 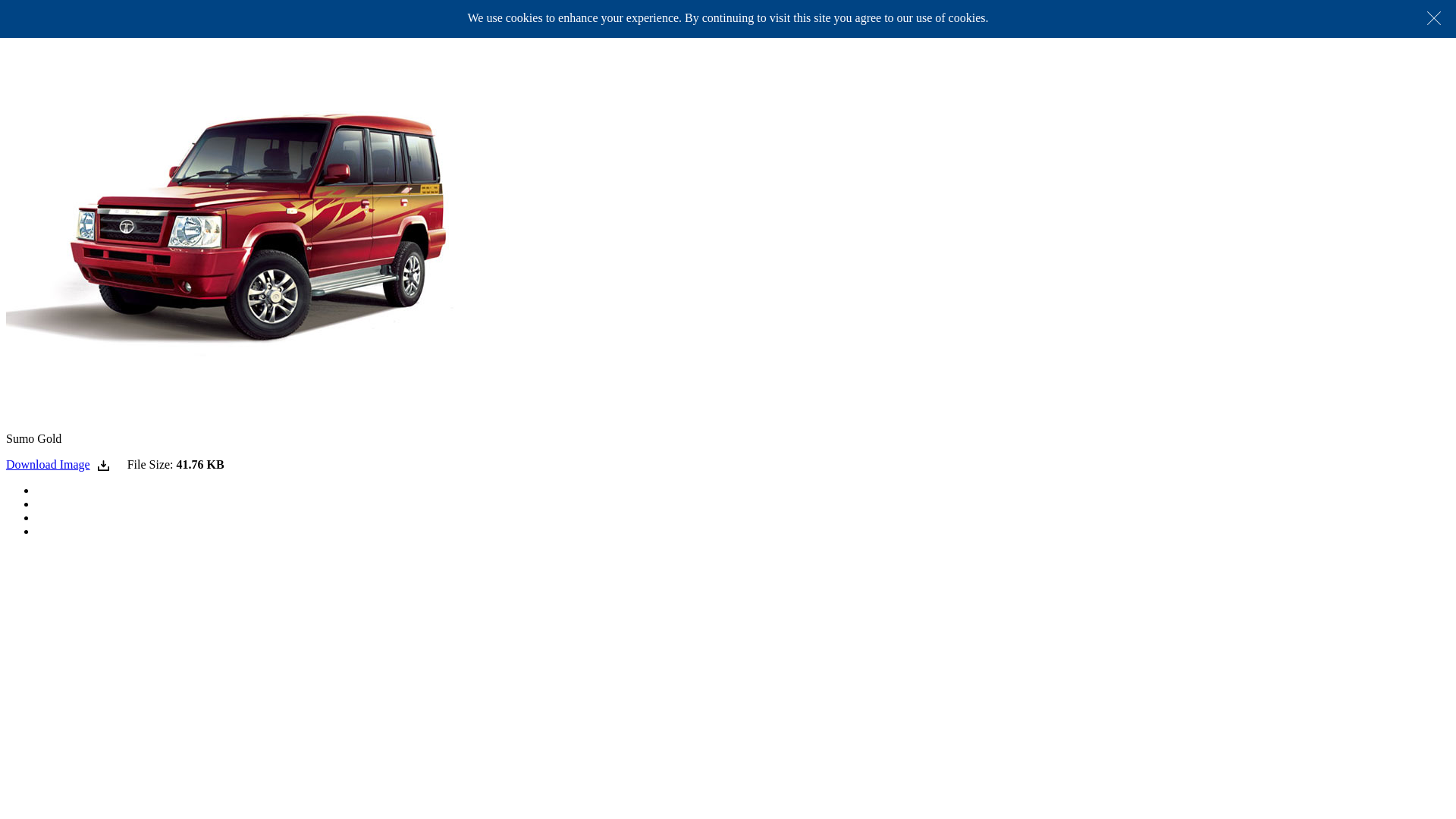 I want to click on 'Download Image', so click(x=58, y=463).